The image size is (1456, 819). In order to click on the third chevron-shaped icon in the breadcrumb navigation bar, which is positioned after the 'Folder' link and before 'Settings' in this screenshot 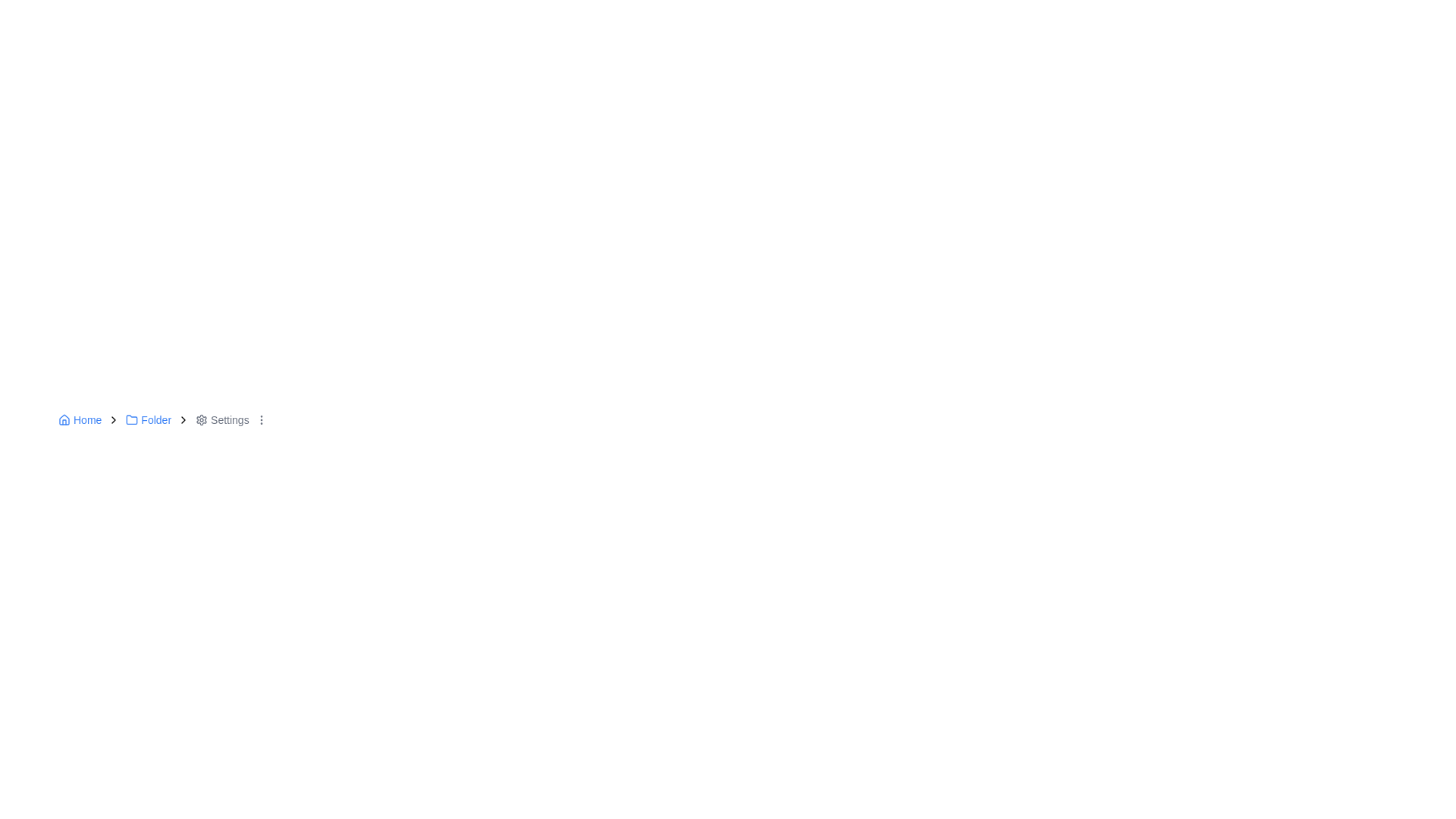, I will do `click(183, 420)`.